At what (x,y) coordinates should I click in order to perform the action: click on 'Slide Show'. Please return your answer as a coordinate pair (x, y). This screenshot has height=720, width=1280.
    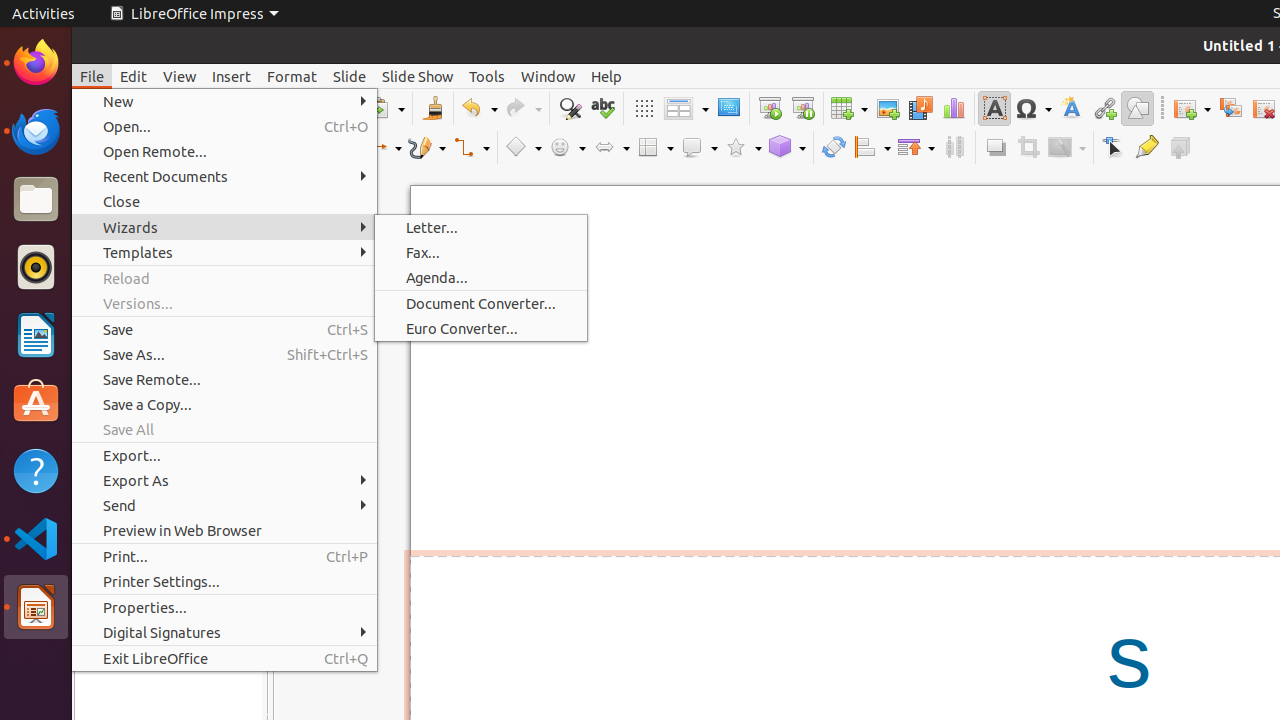
    Looking at the image, I should click on (416, 75).